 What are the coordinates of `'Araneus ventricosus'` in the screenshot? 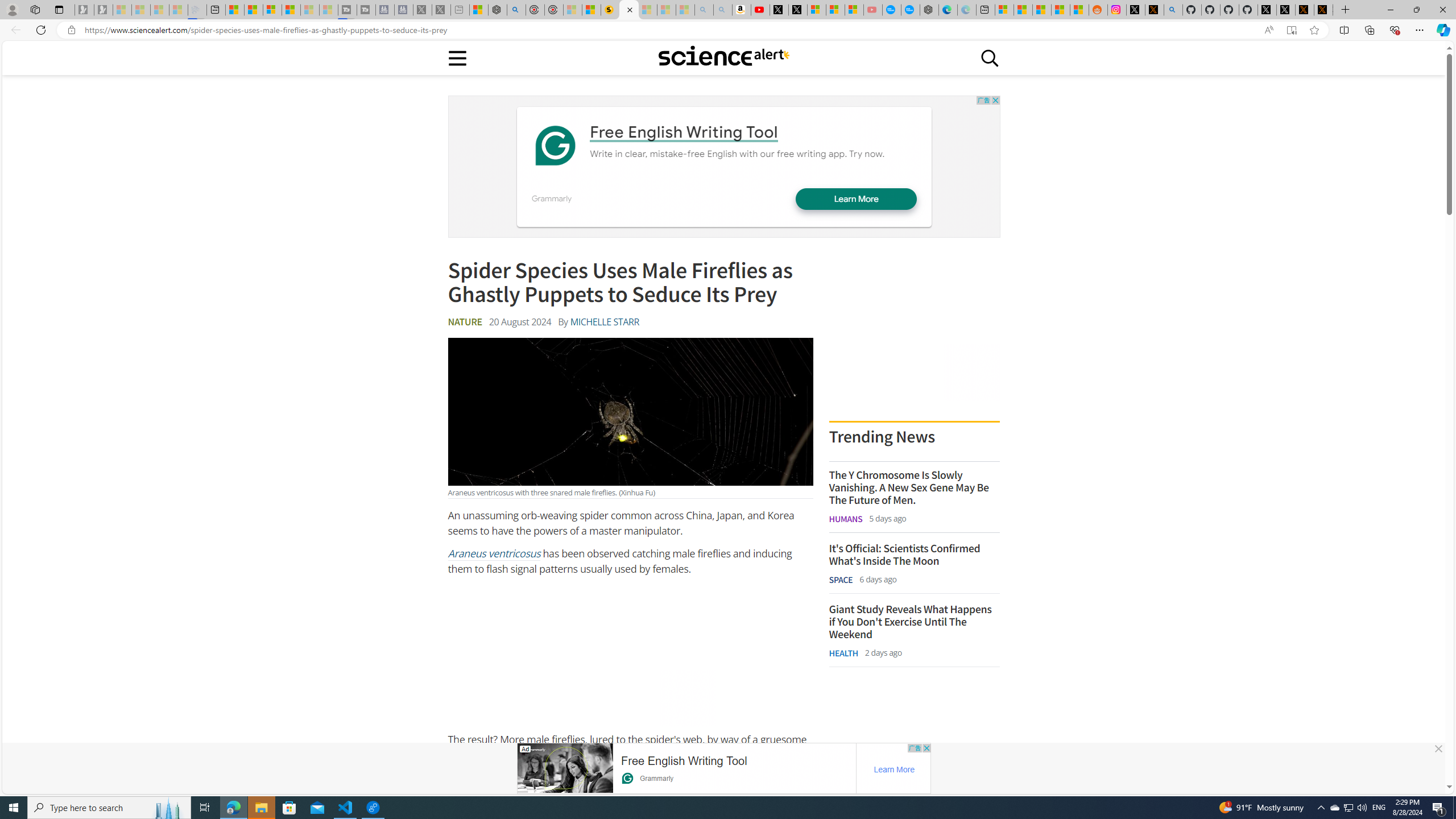 It's located at (493, 553).